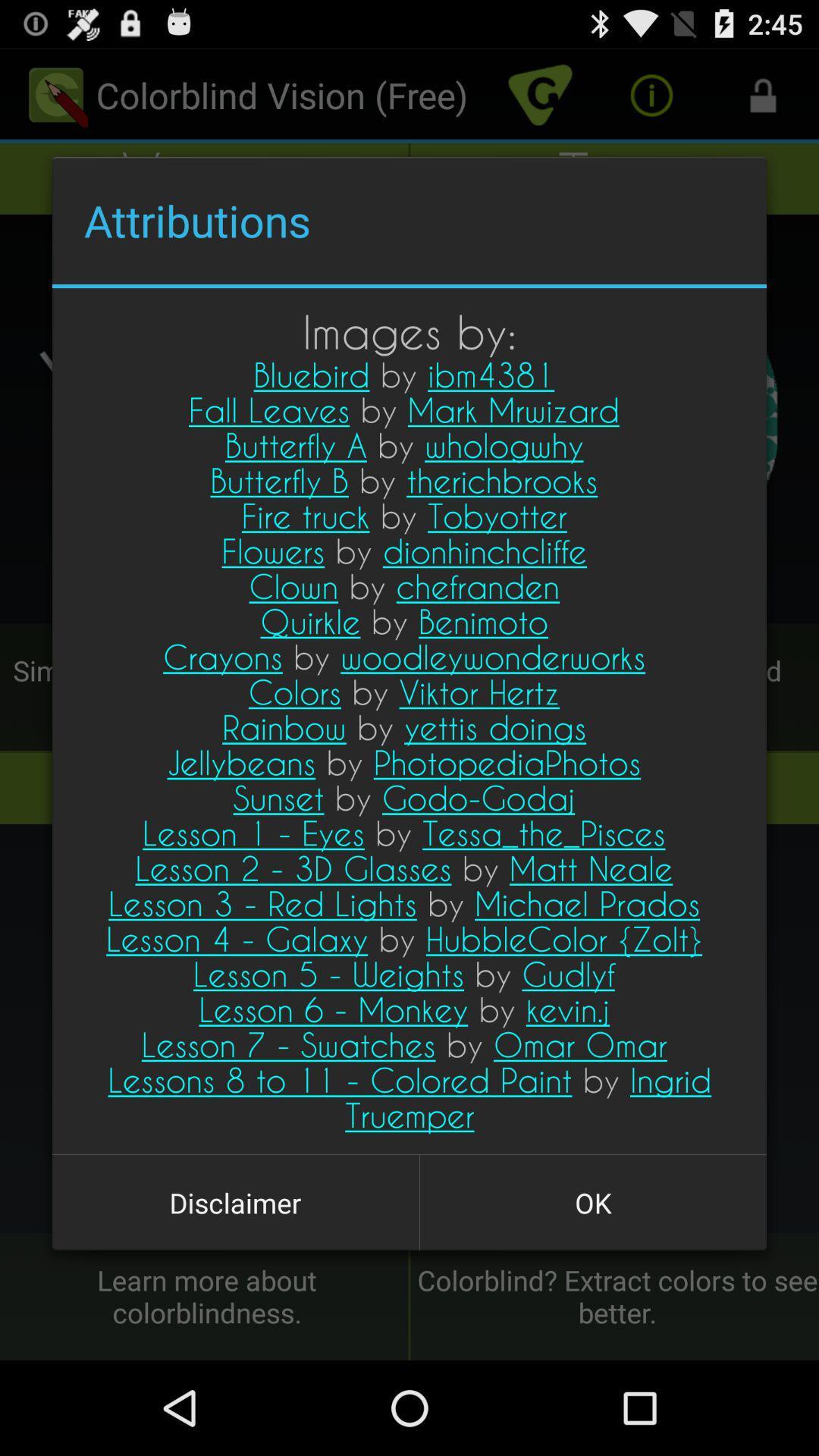 Image resolution: width=819 pixels, height=1456 pixels. I want to click on item at the bottom right corner, so click(592, 1202).